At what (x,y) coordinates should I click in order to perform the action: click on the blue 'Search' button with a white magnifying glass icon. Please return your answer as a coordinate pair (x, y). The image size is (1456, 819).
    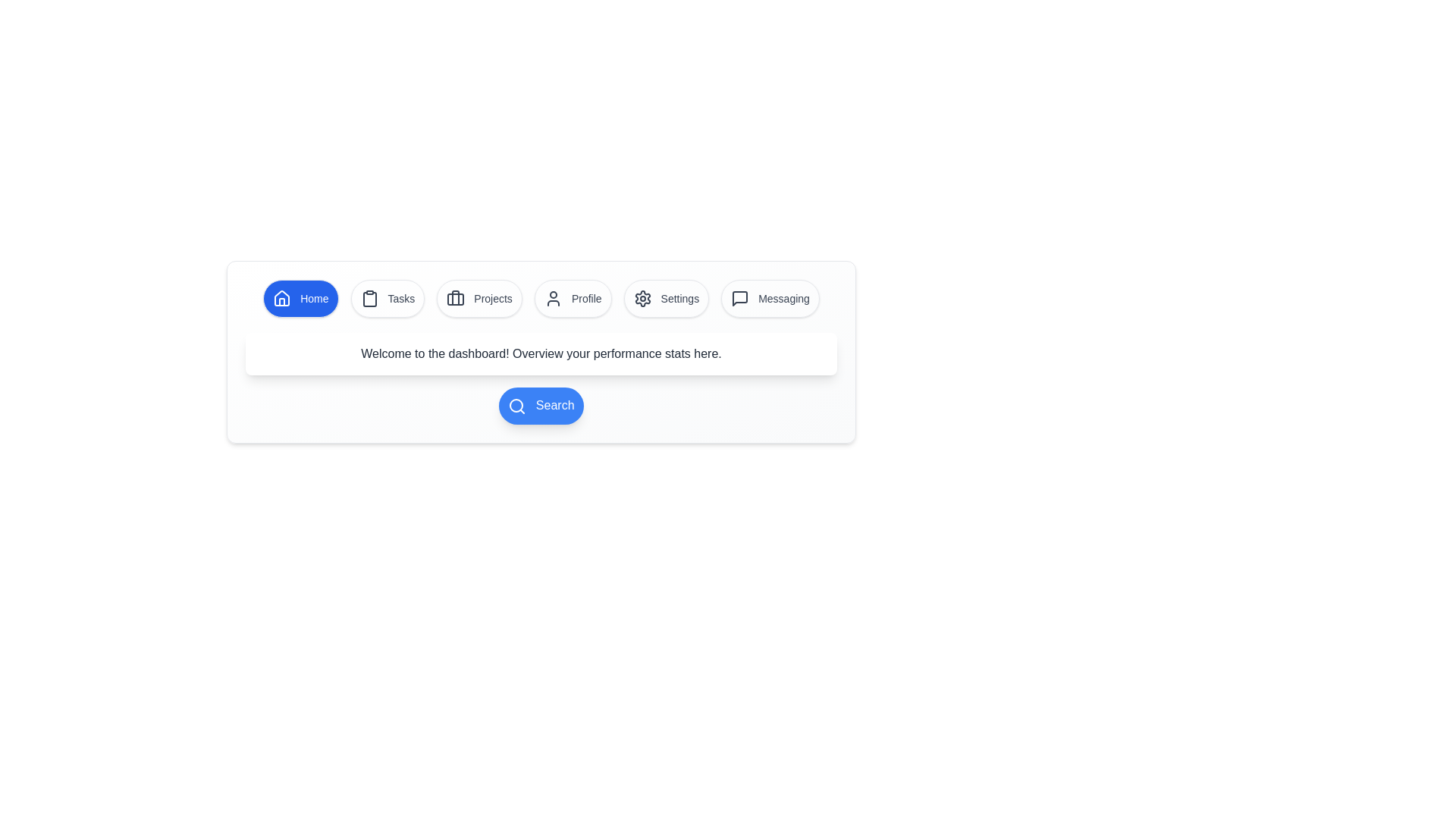
    Looking at the image, I should click on (541, 405).